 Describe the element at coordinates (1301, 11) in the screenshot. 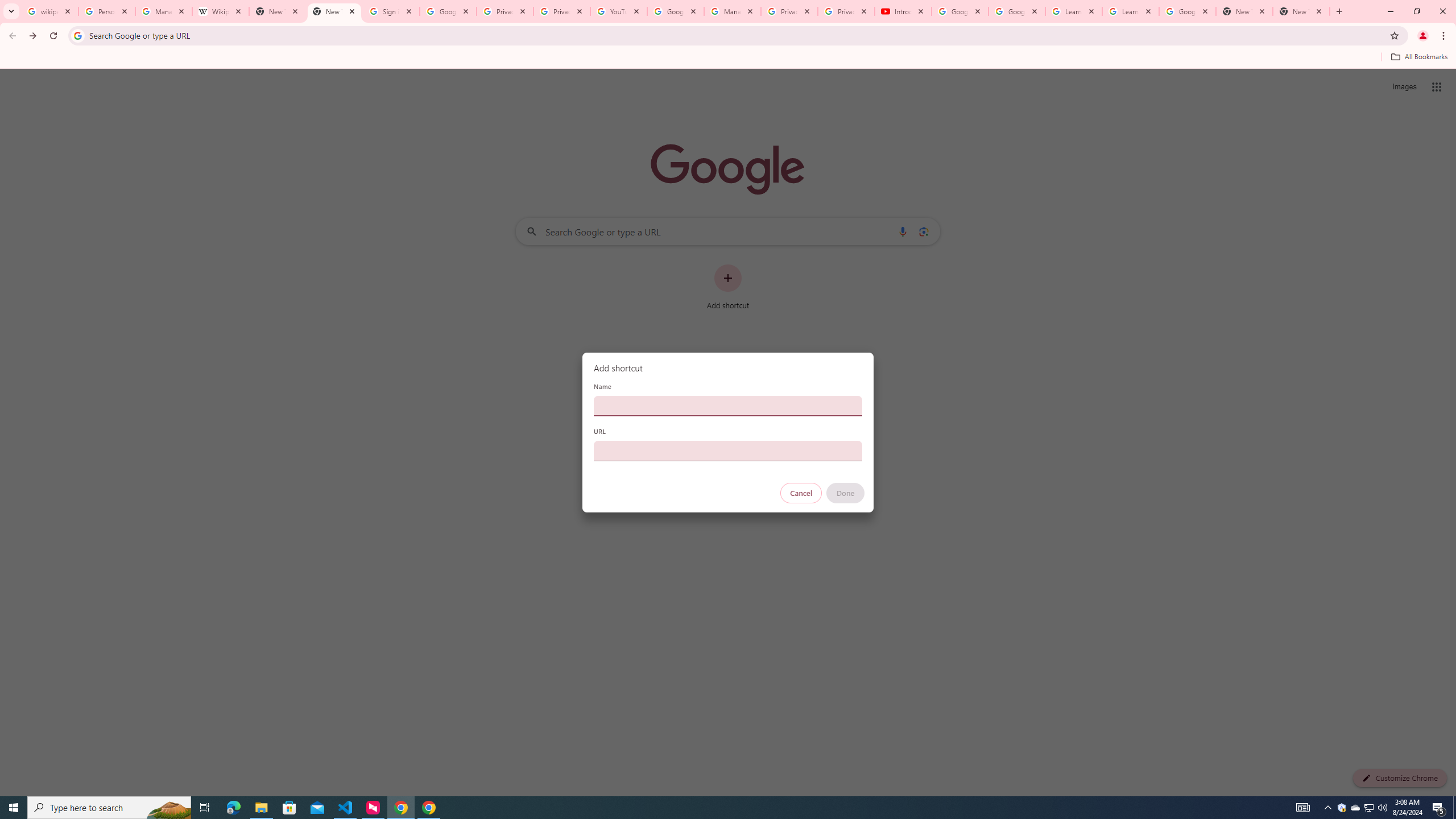

I see `'New Tab'` at that location.